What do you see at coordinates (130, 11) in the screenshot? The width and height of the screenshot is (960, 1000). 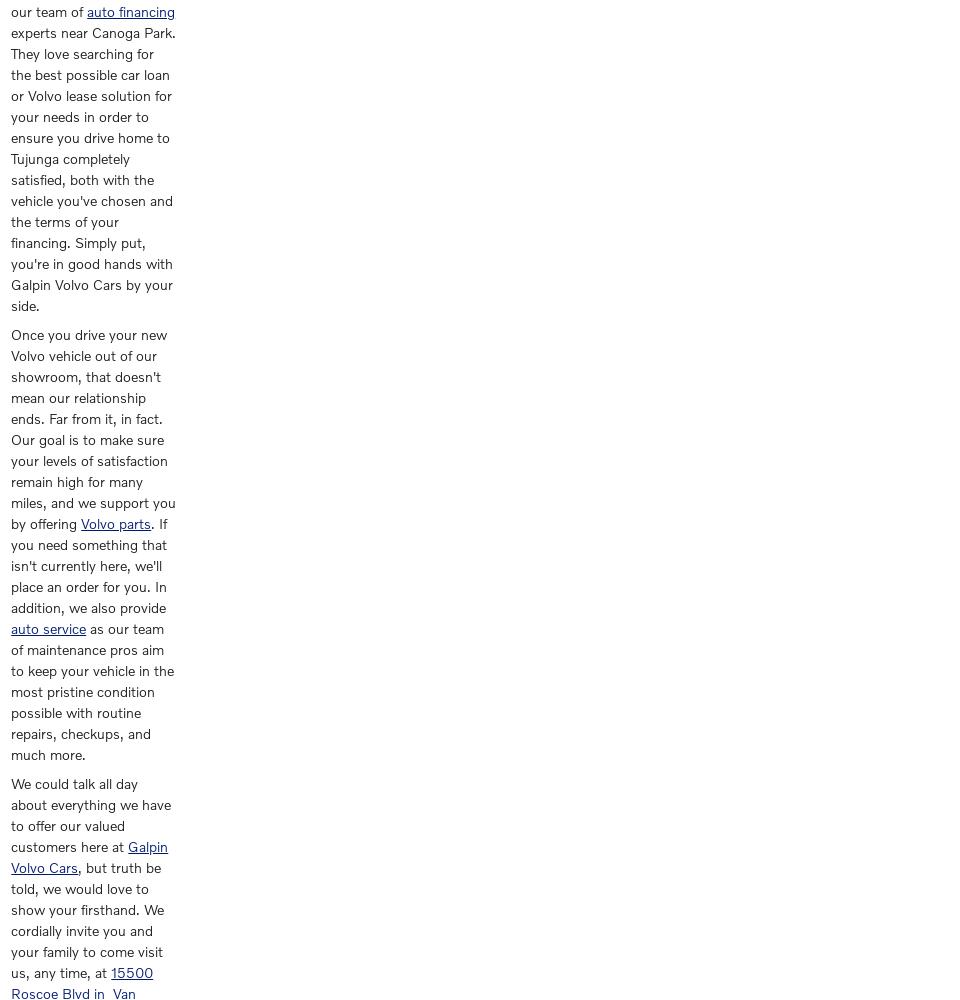 I see `'auto financing'` at bounding box center [130, 11].